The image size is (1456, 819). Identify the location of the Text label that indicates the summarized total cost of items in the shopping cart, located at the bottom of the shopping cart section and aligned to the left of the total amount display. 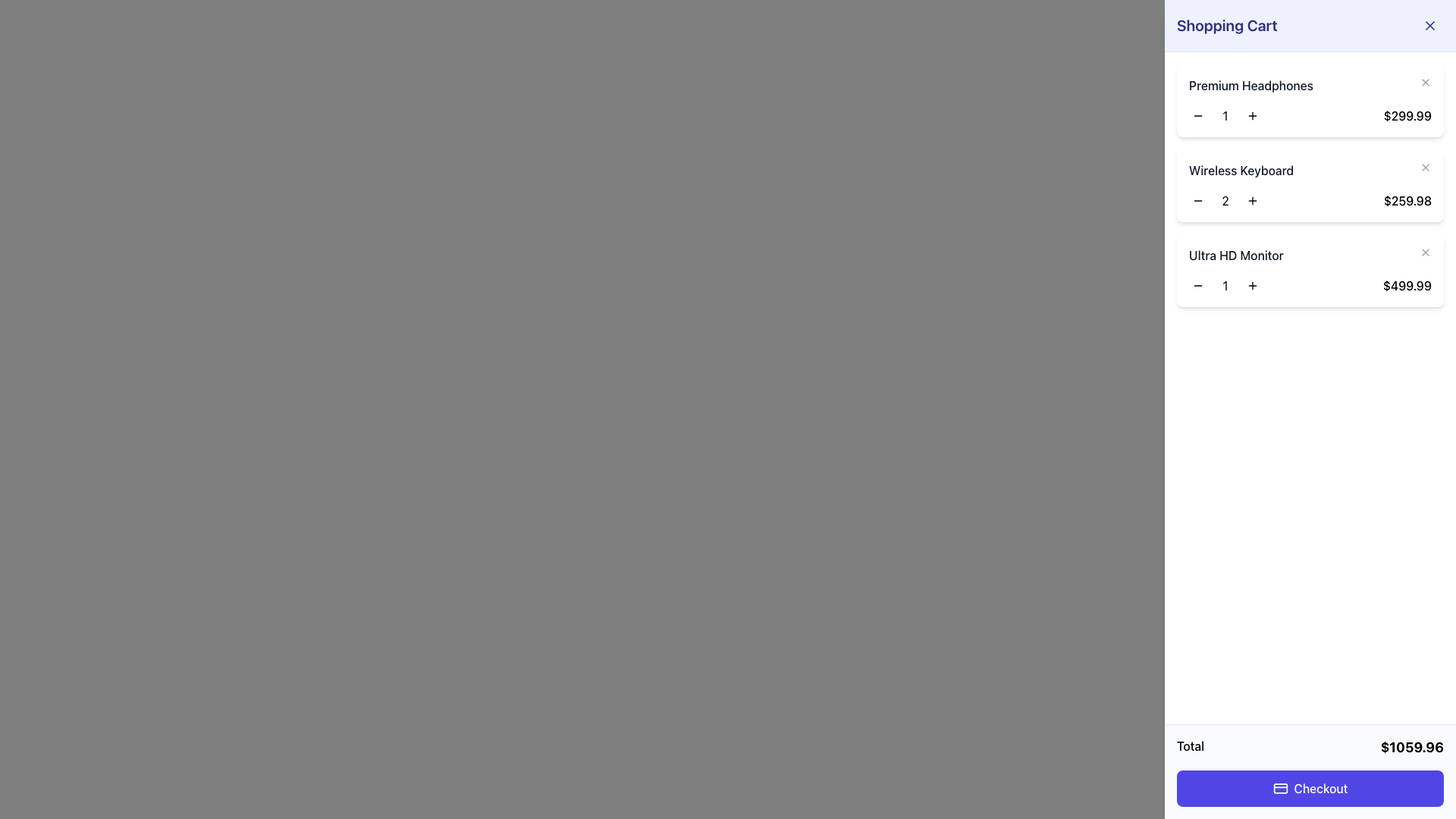
(1190, 747).